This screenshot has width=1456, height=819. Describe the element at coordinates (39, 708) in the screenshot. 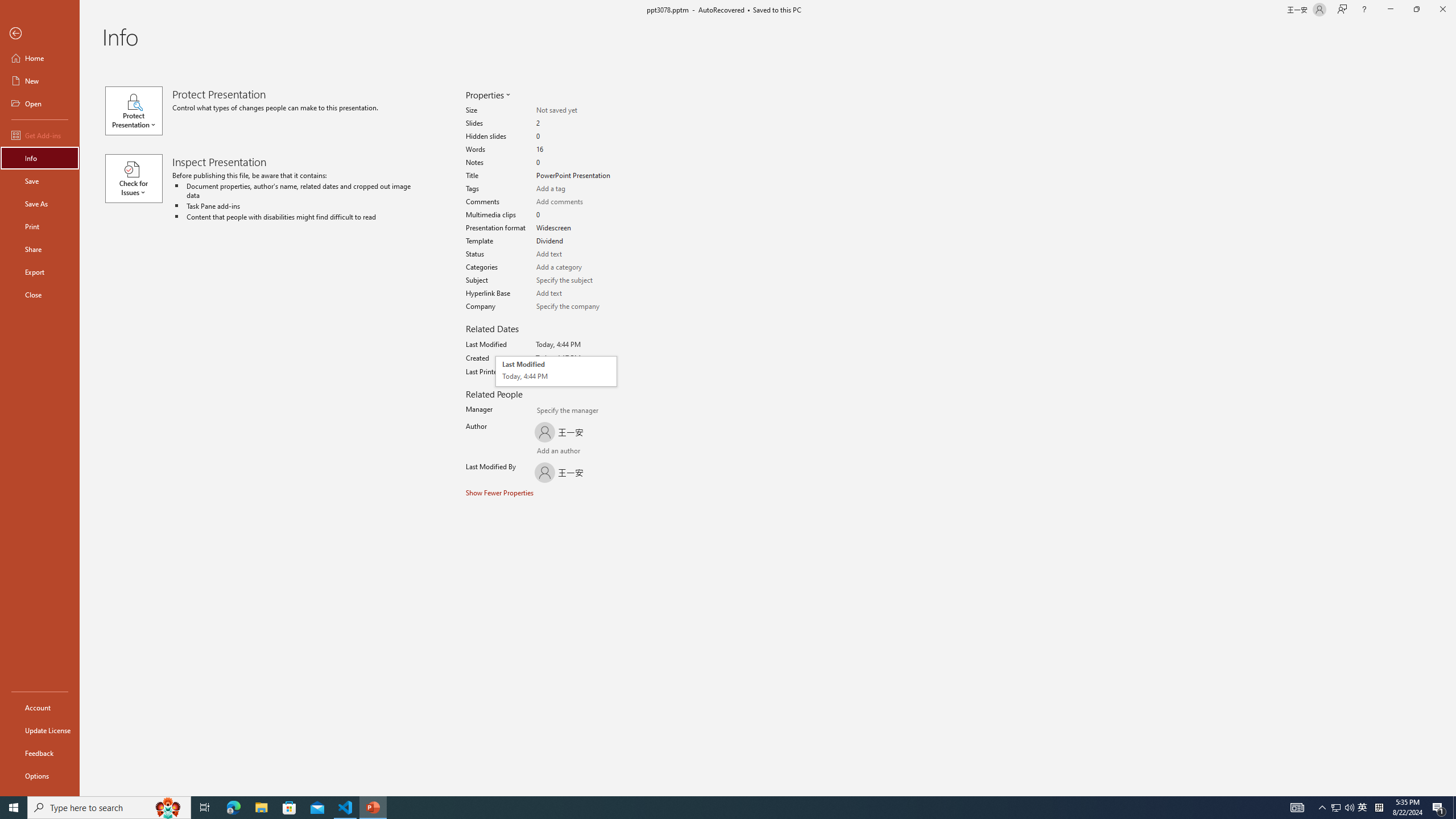

I see `'Account'` at that location.